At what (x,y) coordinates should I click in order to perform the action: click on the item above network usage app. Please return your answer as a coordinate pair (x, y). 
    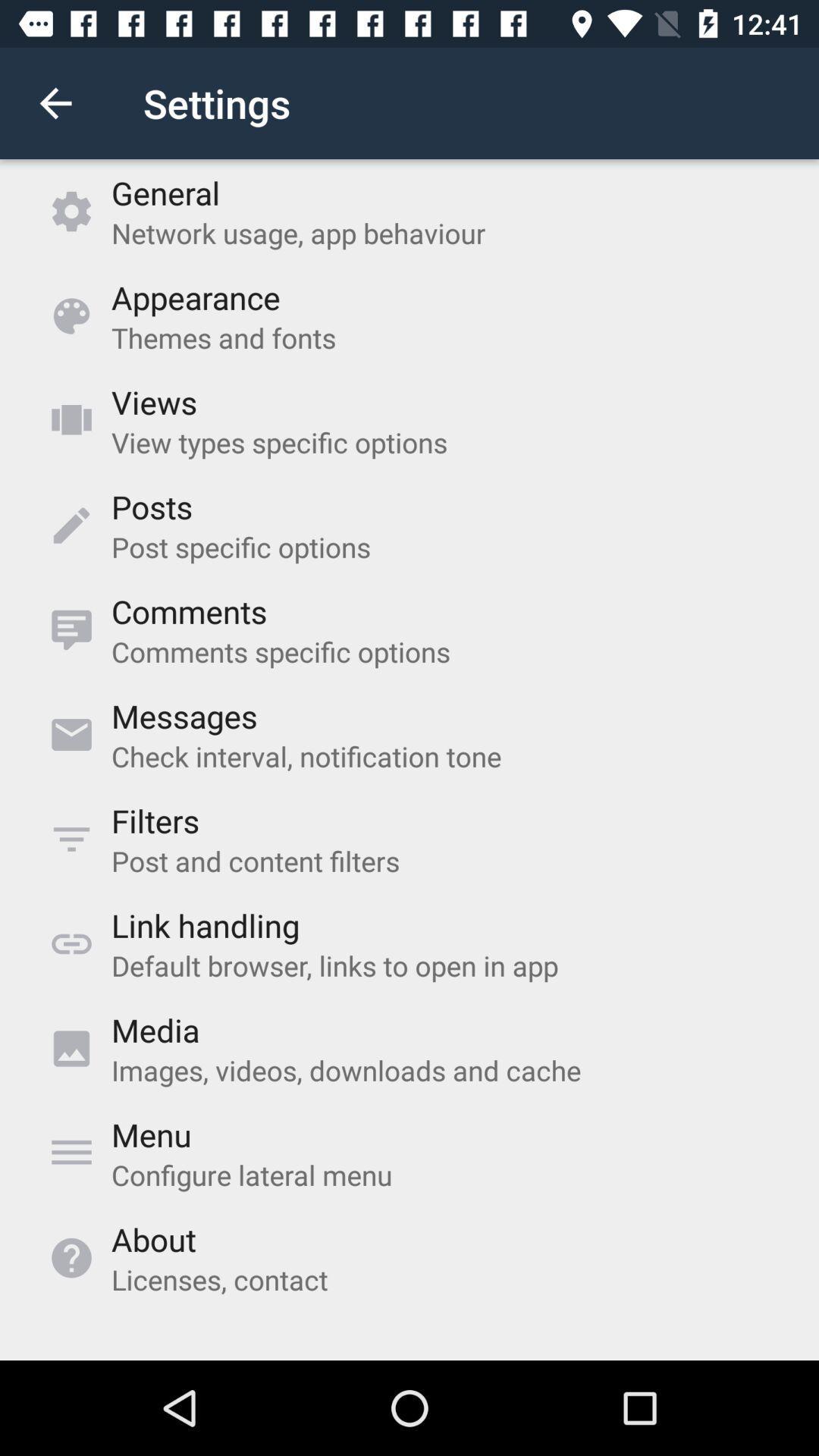
    Looking at the image, I should click on (165, 192).